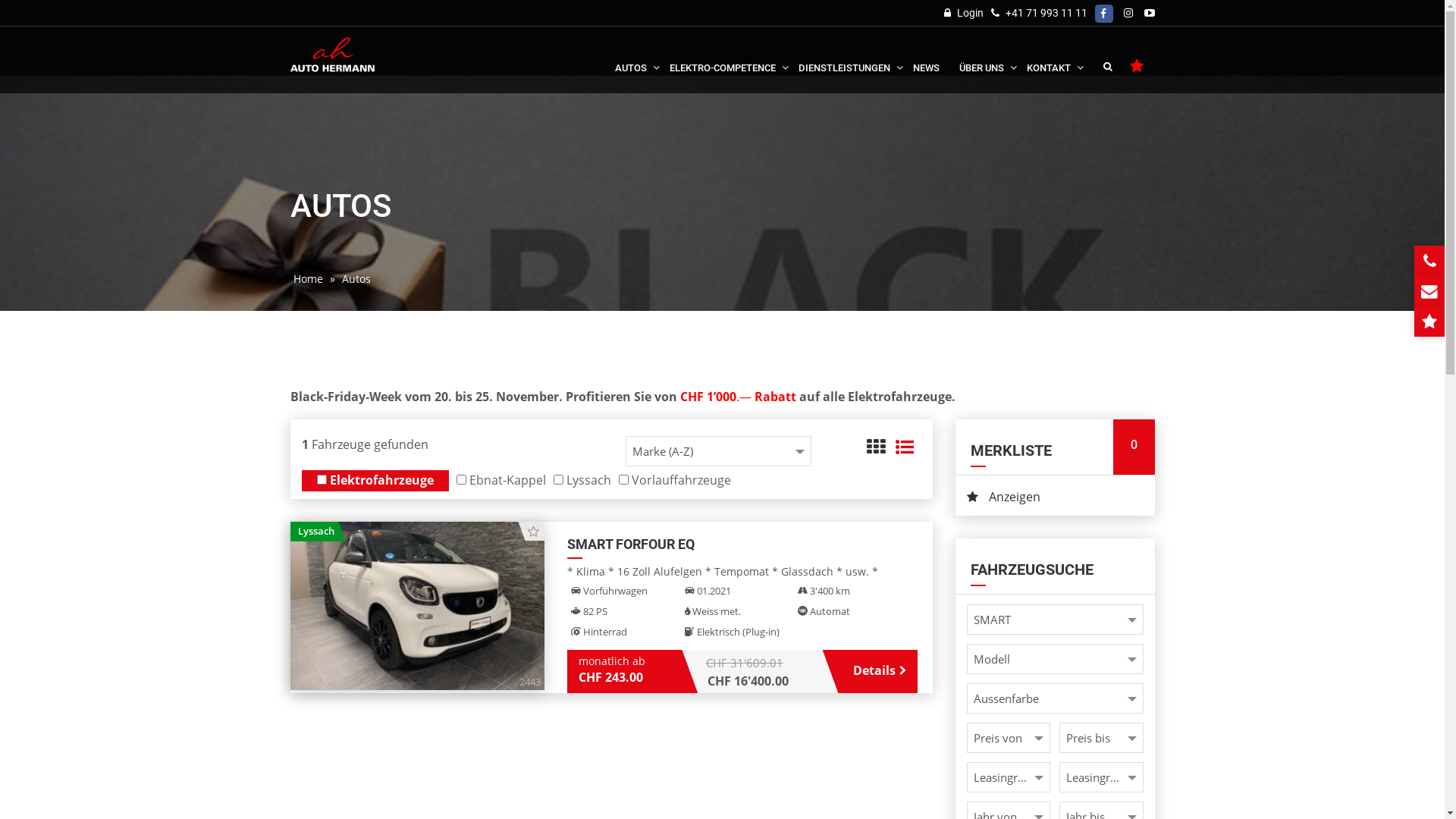 Image resolution: width=1456 pixels, height=819 pixels. I want to click on 'NEWS', so click(925, 57).